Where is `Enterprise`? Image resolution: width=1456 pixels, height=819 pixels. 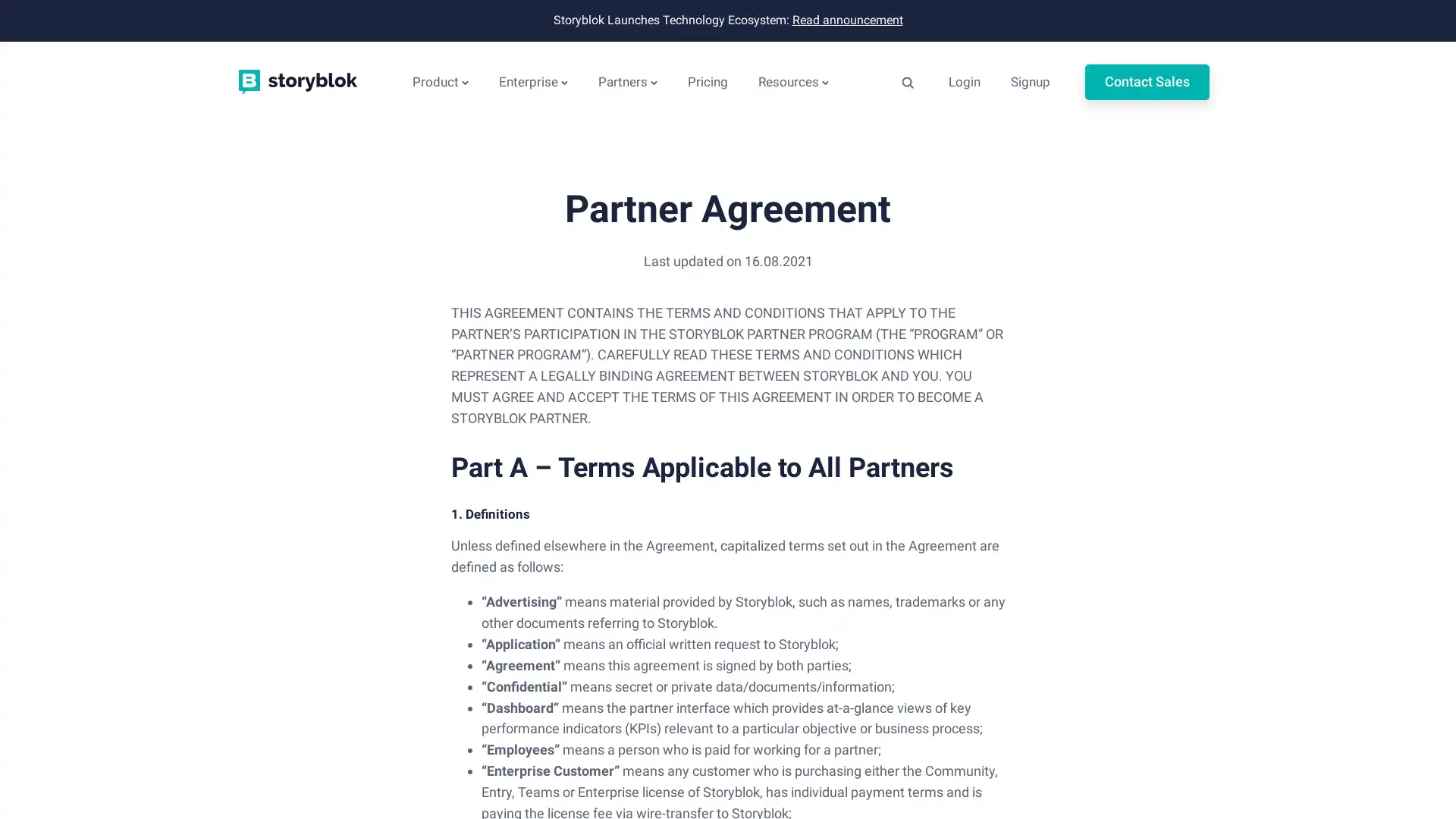 Enterprise is located at coordinates (533, 82).